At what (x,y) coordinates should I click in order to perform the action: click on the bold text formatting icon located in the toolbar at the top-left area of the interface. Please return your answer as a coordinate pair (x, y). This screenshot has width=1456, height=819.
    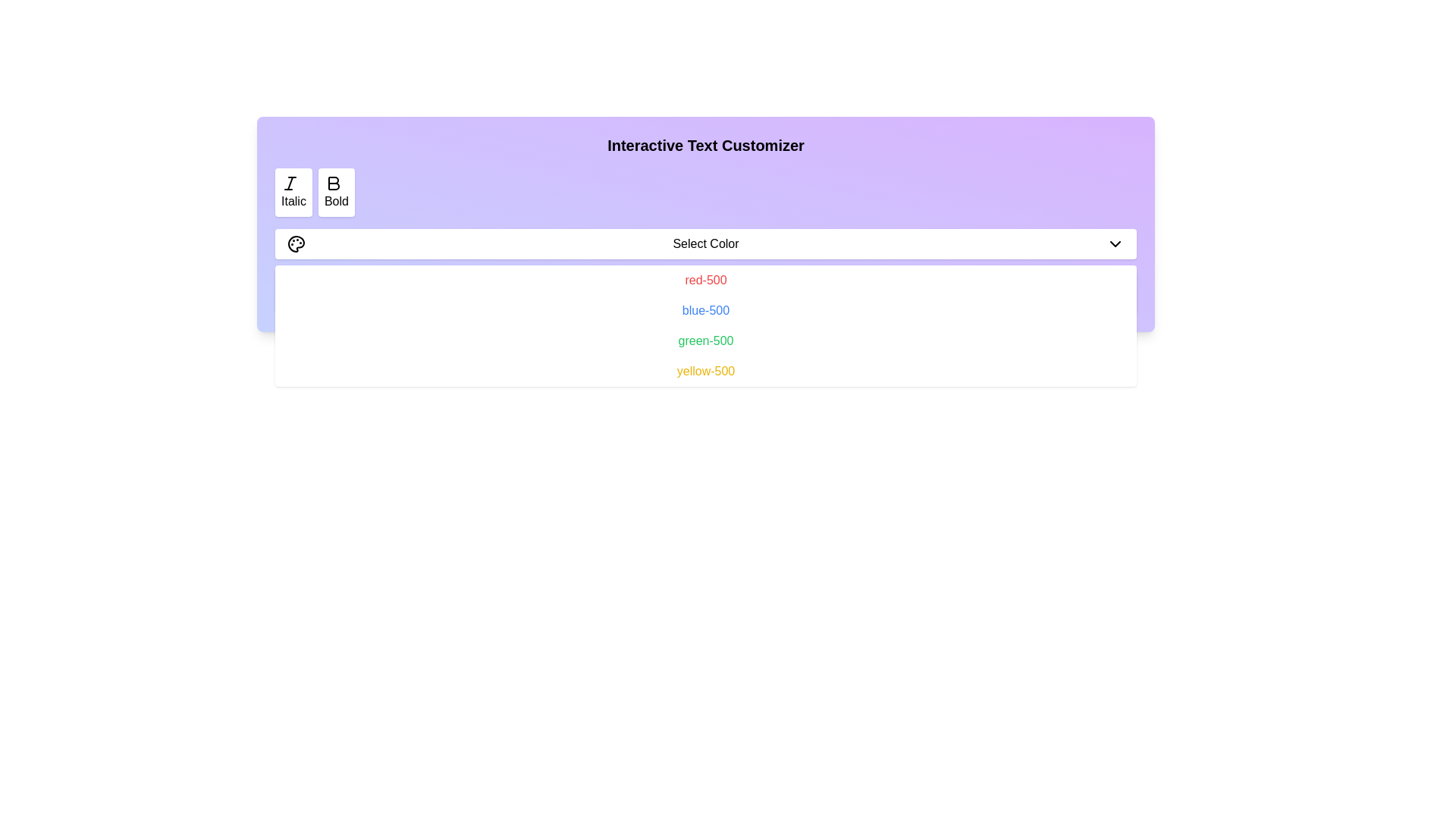
    Looking at the image, I should click on (333, 183).